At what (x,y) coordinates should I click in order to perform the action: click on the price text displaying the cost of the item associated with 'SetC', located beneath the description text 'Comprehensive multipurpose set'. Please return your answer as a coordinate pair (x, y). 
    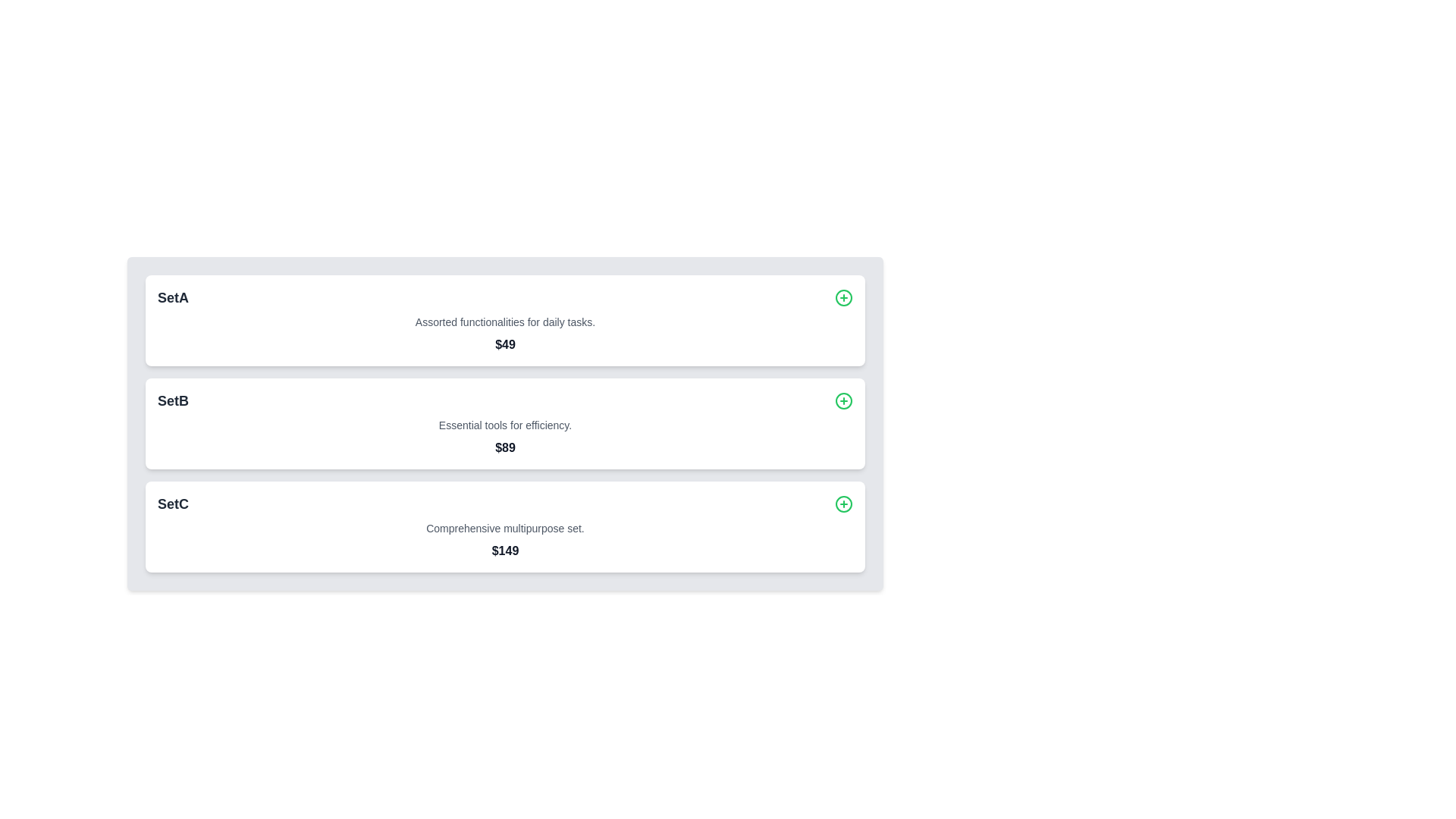
    Looking at the image, I should click on (505, 551).